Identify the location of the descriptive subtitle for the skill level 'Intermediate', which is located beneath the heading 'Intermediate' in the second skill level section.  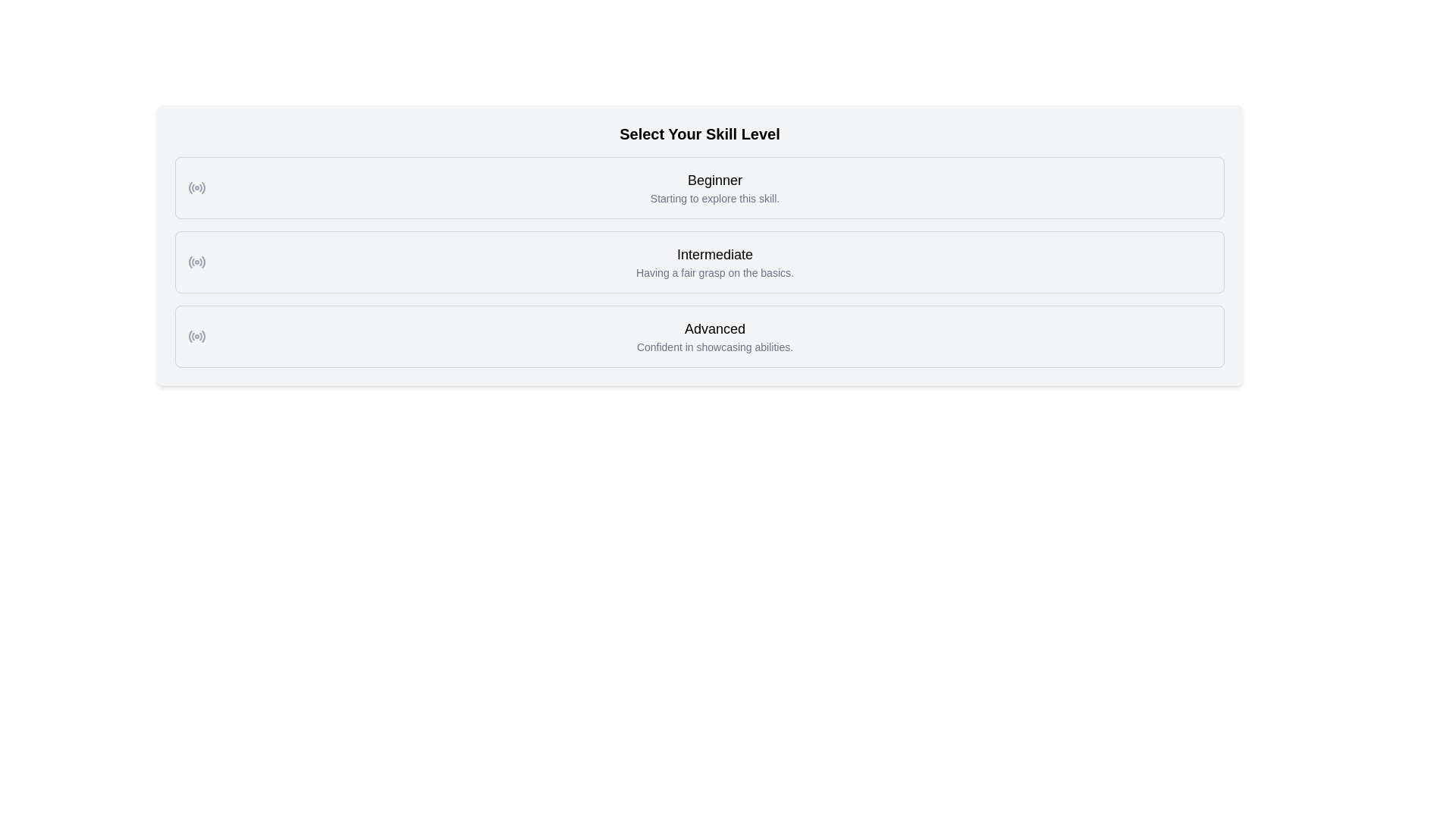
(714, 271).